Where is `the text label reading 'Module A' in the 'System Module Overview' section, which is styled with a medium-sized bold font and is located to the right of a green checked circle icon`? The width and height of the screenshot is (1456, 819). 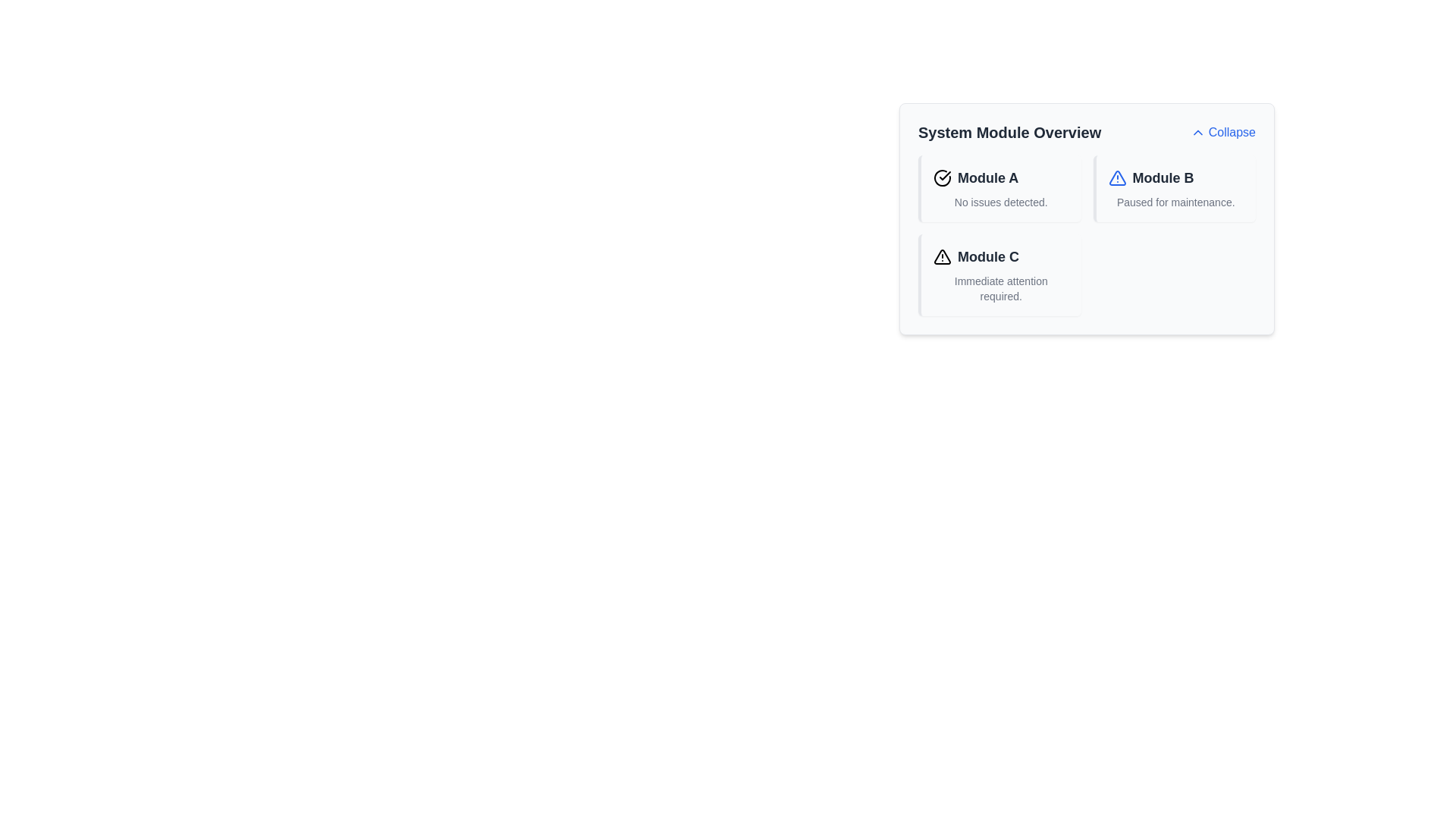 the text label reading 'Module A' in the 'System Module Overview' section, which is styled with a medium-sized bold font and is located to the right of a green checked circle icon is located at coordinates (988, 177).